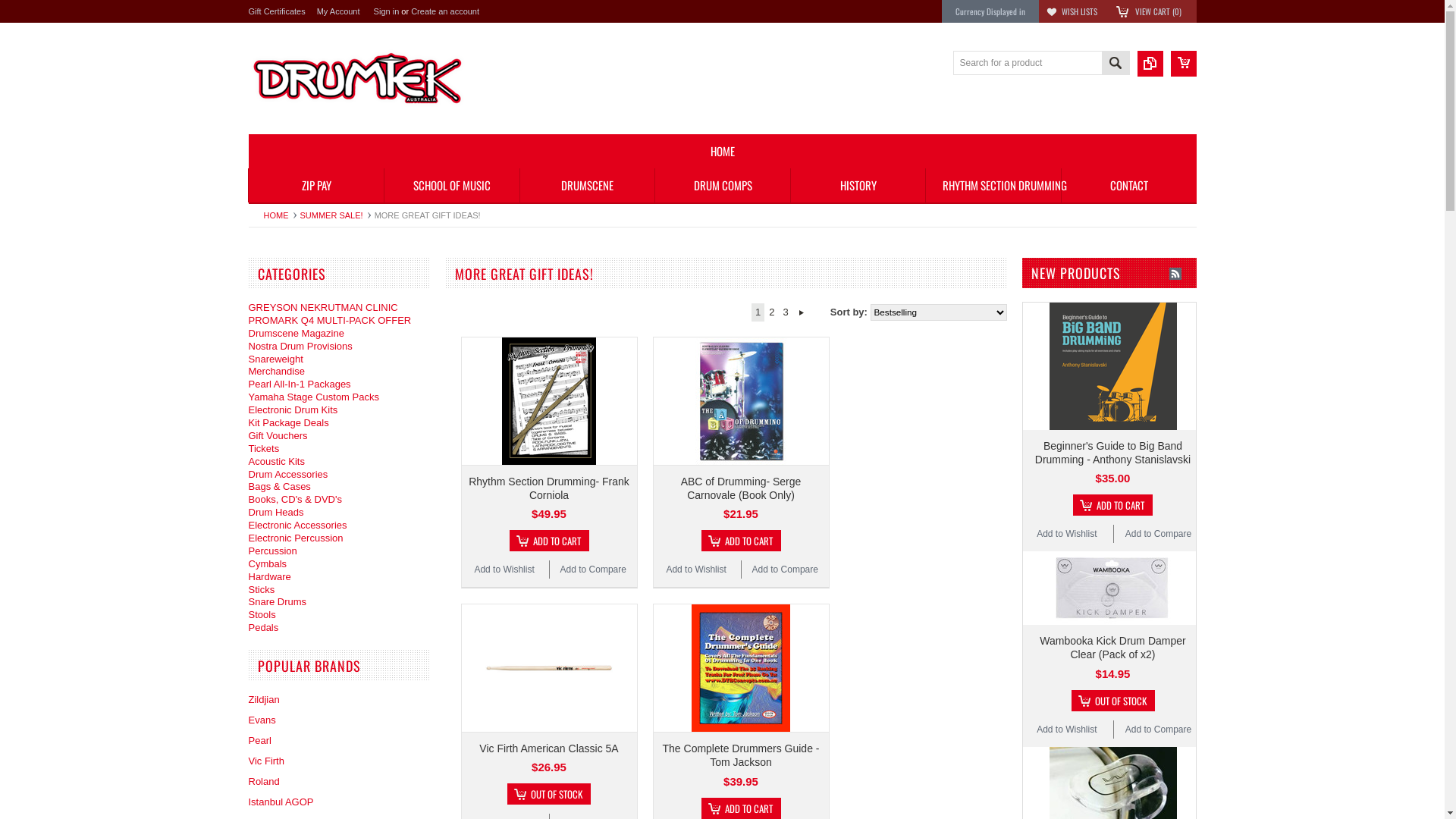 The width and height of the screenshot is (1456, 819). Describe the element at coordinates (337, 11) in the screenshot. I see `'My Account'` at that location.